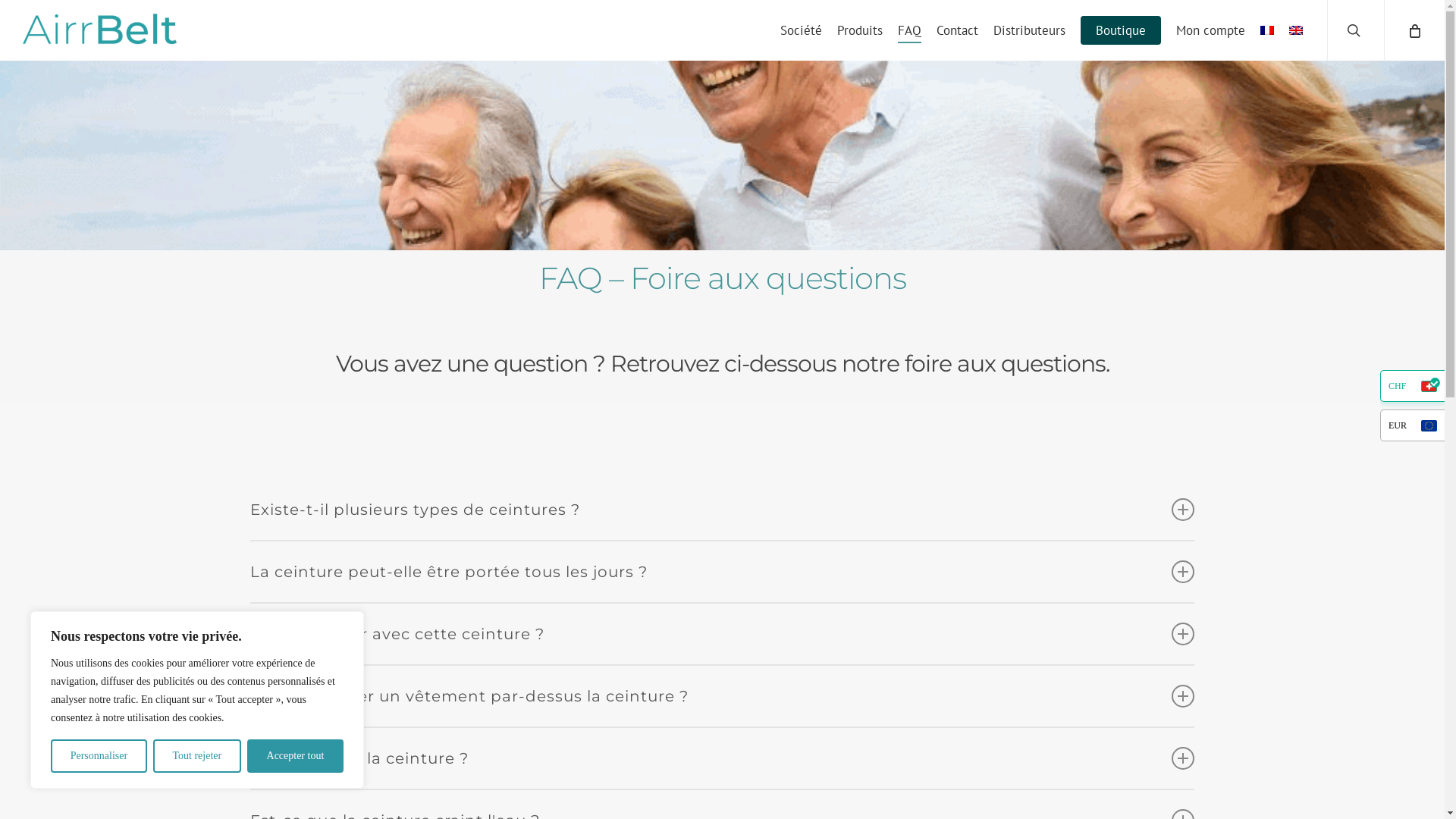  I want to click on 'Existe-t-il plusieurs types de ceintures ?', so click(721, 509).